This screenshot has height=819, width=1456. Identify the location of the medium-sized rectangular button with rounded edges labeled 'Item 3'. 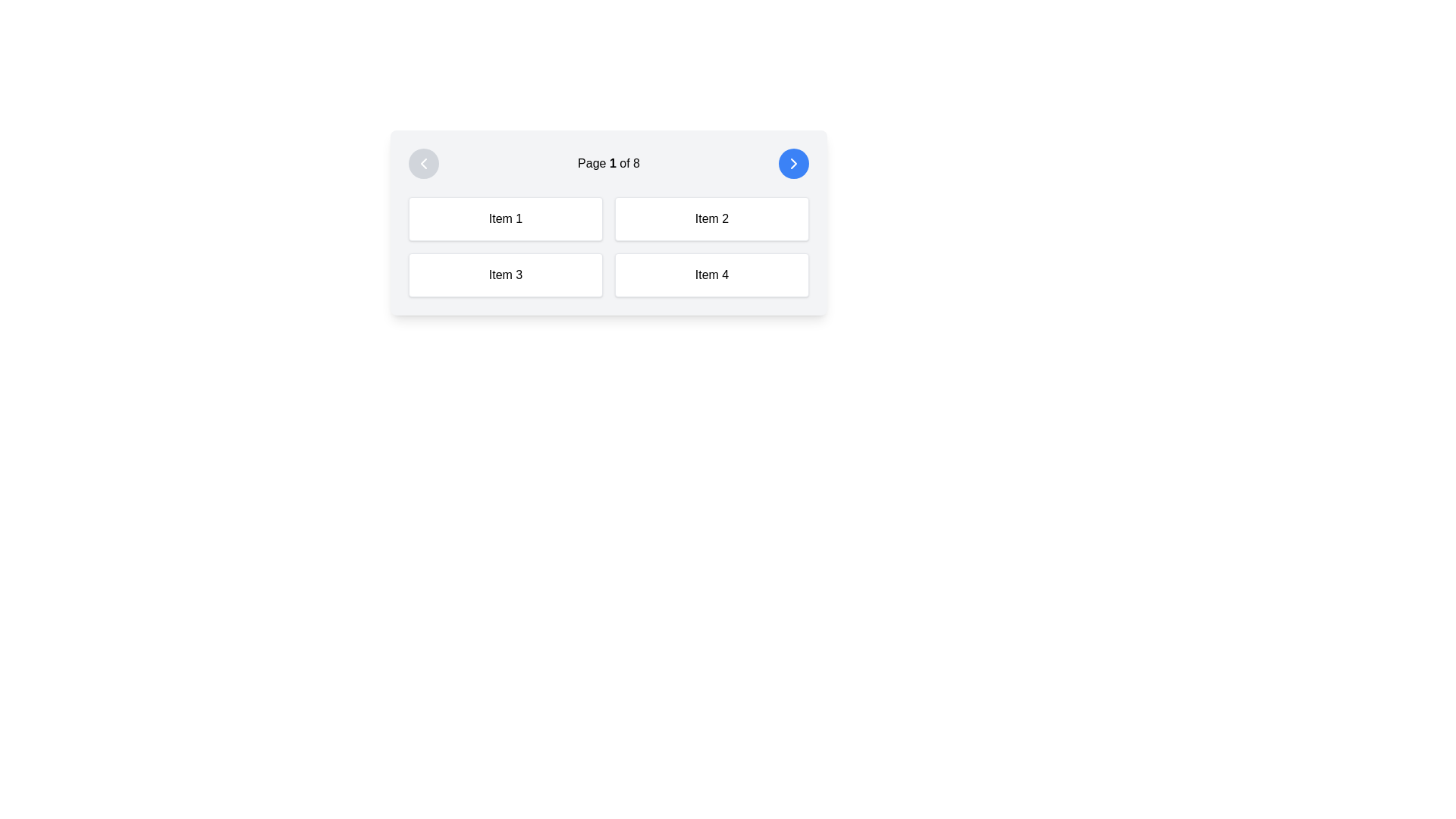
(506, 275).